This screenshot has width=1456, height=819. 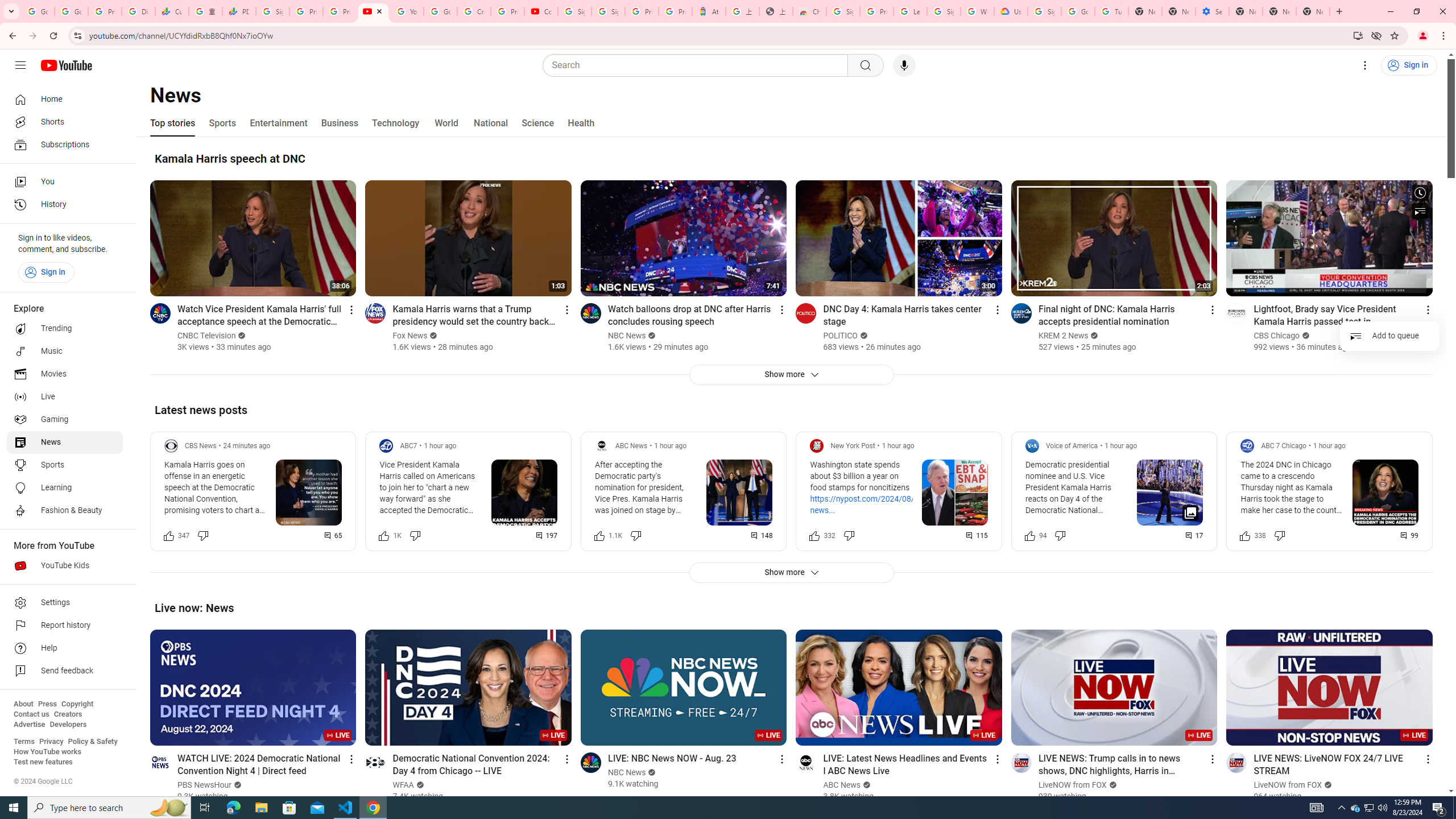 What do you see at coordinates (536, 122) in the screenshot?
I see `'Science'` at bounding box center [536, 122].